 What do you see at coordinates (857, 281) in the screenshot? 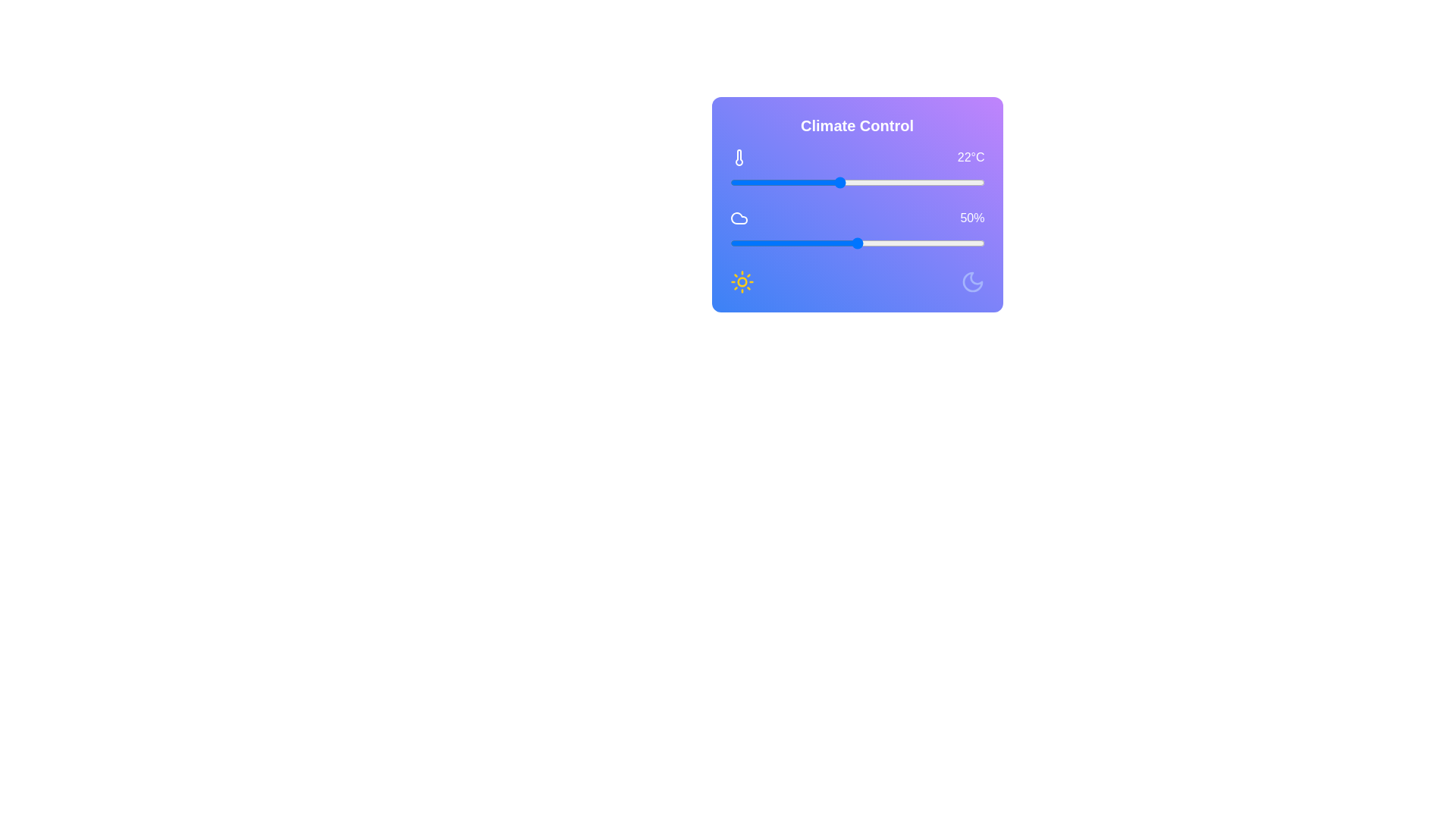
I see `the day-night toggle indicator at the bottom of the 'Climate Control' card` at bounding box center [857, 281].